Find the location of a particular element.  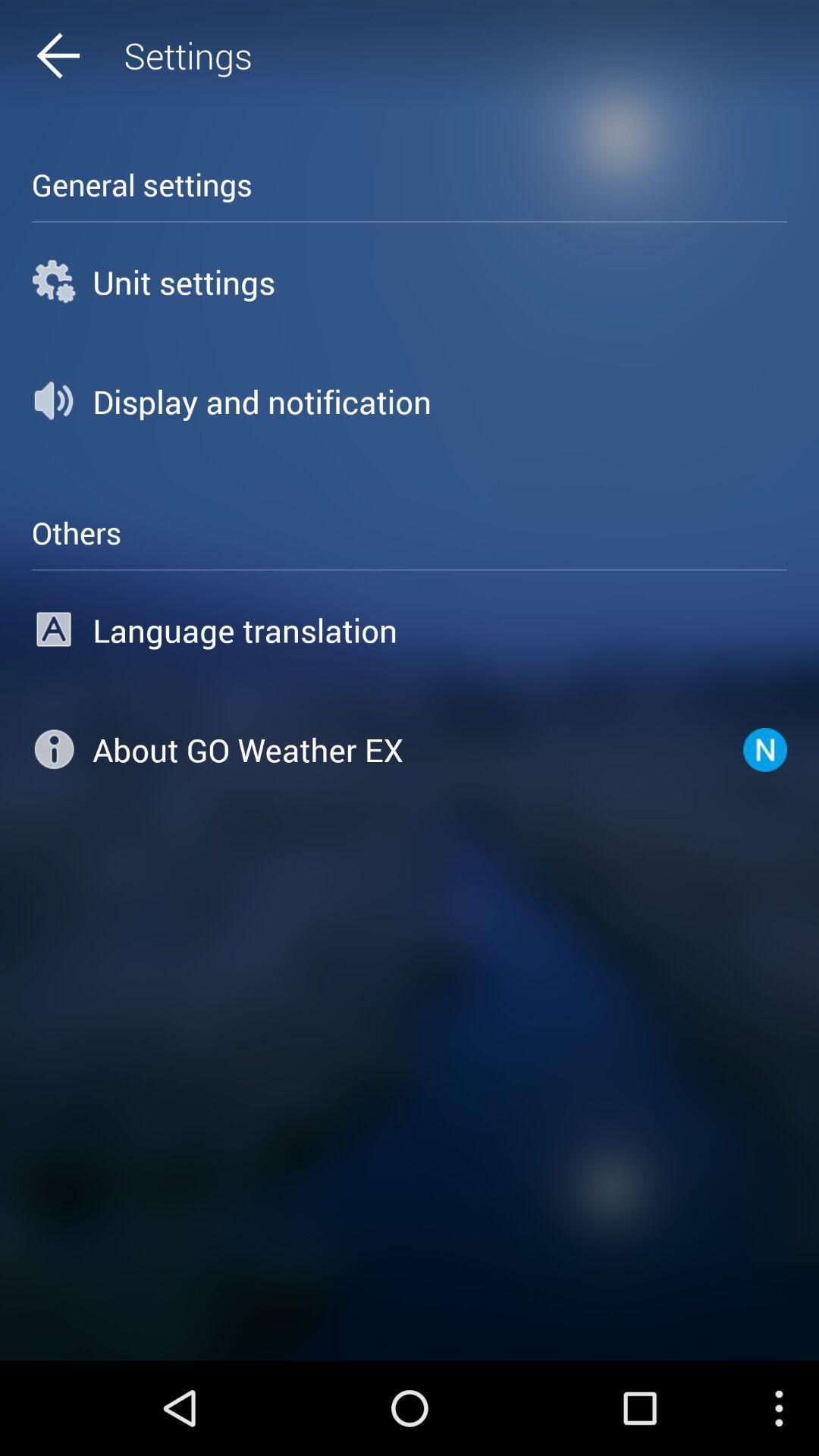

the display and notification item is located at coordinates (409, 401).